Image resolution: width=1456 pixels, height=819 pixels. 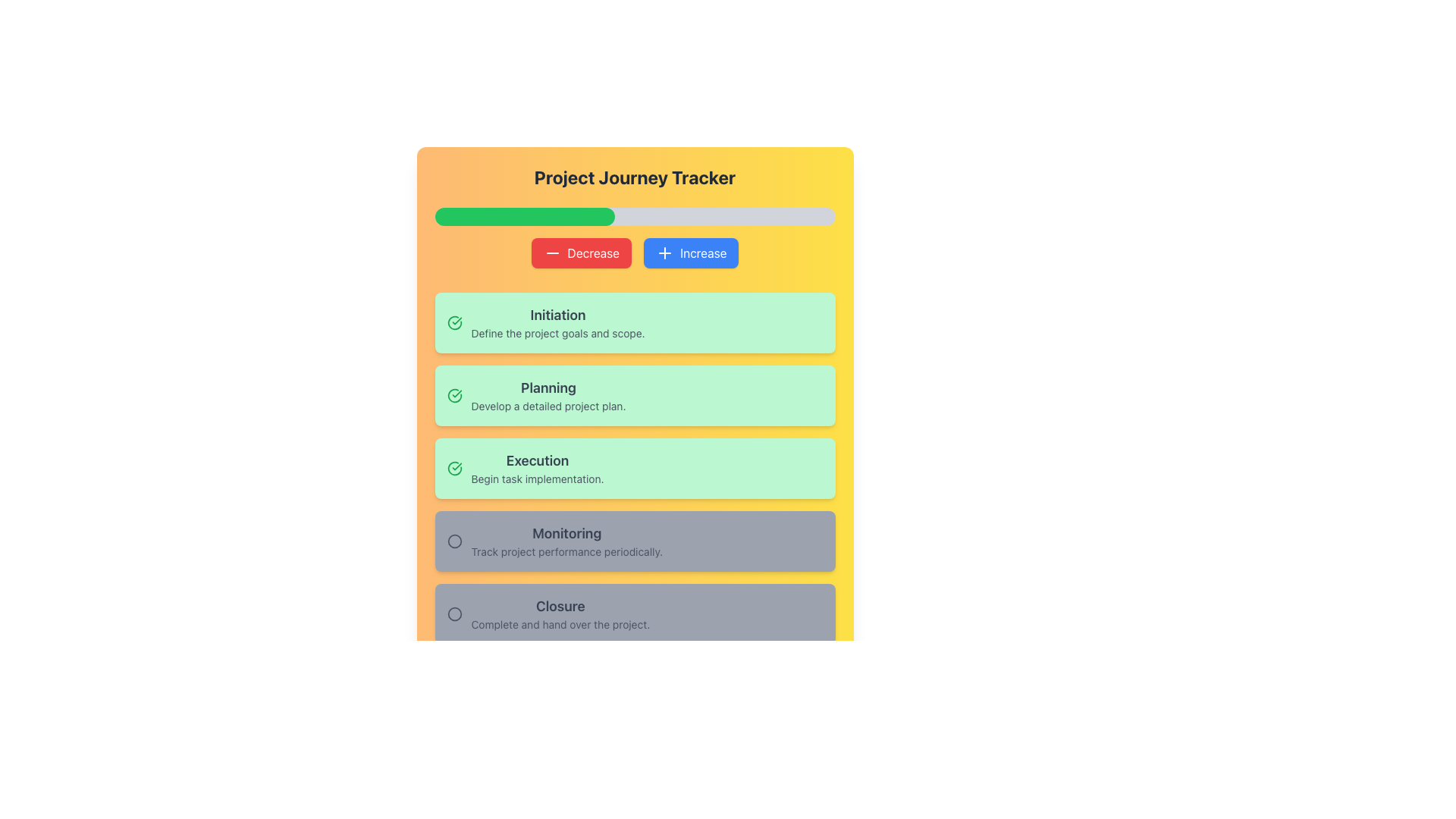 I want to click on text from the topmost text label in the 'Project Journey Tracker' section, which displays 'Initiation' in bold and larger font, along with the description 'Define the project goals and scope.', so click(x=557, y=322).